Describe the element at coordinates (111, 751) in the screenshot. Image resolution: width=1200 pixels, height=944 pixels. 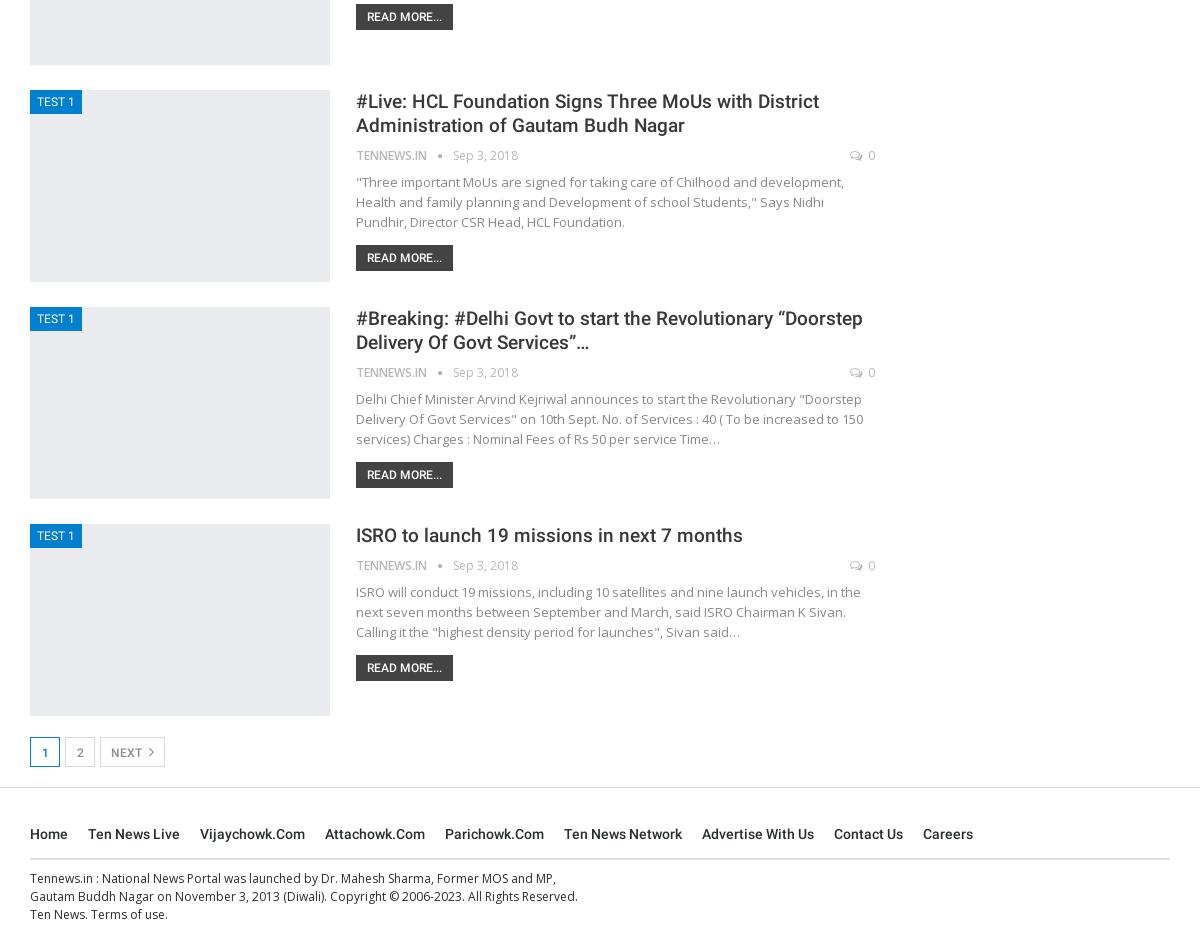
I see `'Next'` at that location.